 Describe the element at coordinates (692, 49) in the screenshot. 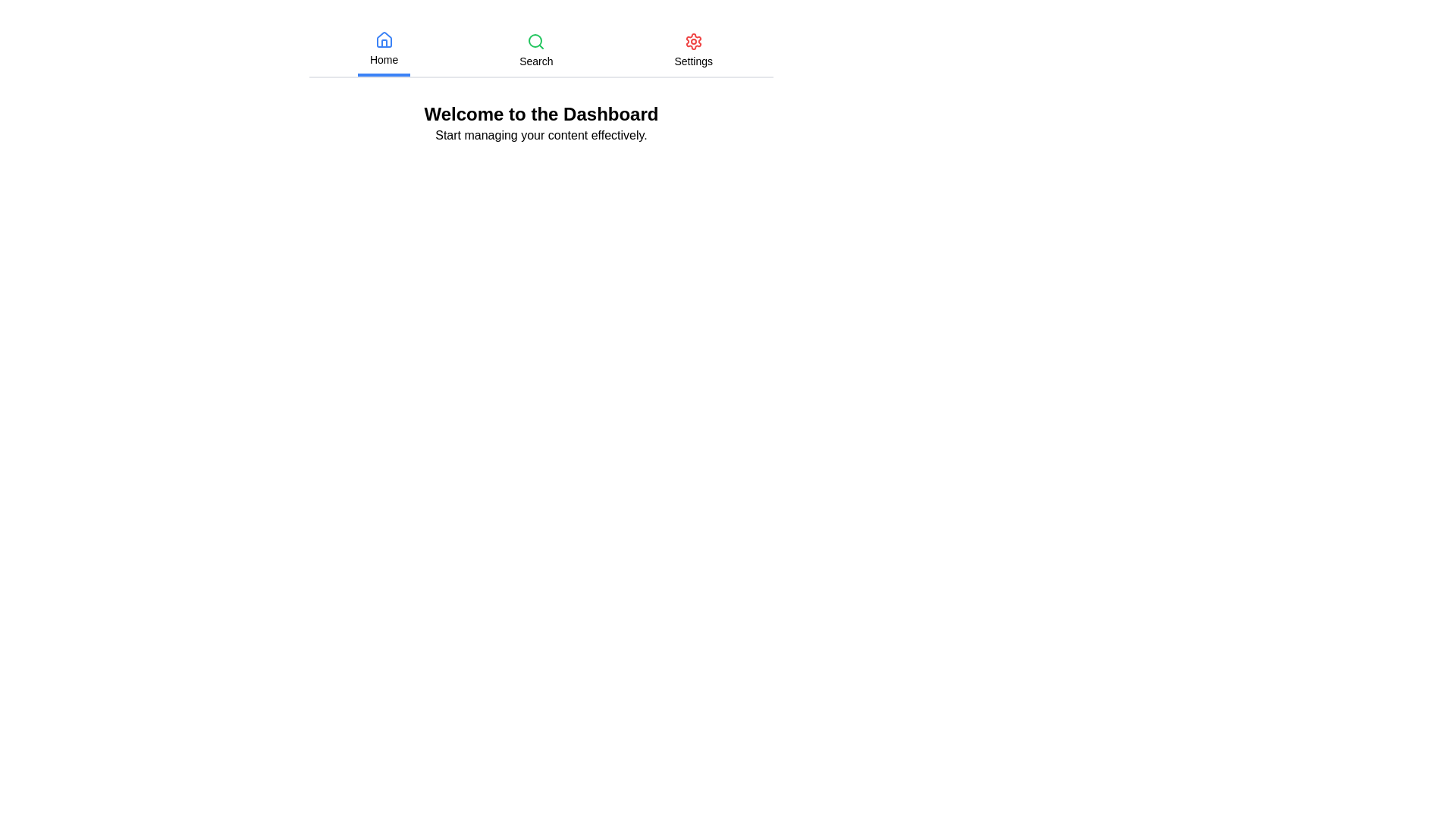

I see `the Settings tab by clicking on the respective tab button` at that location.